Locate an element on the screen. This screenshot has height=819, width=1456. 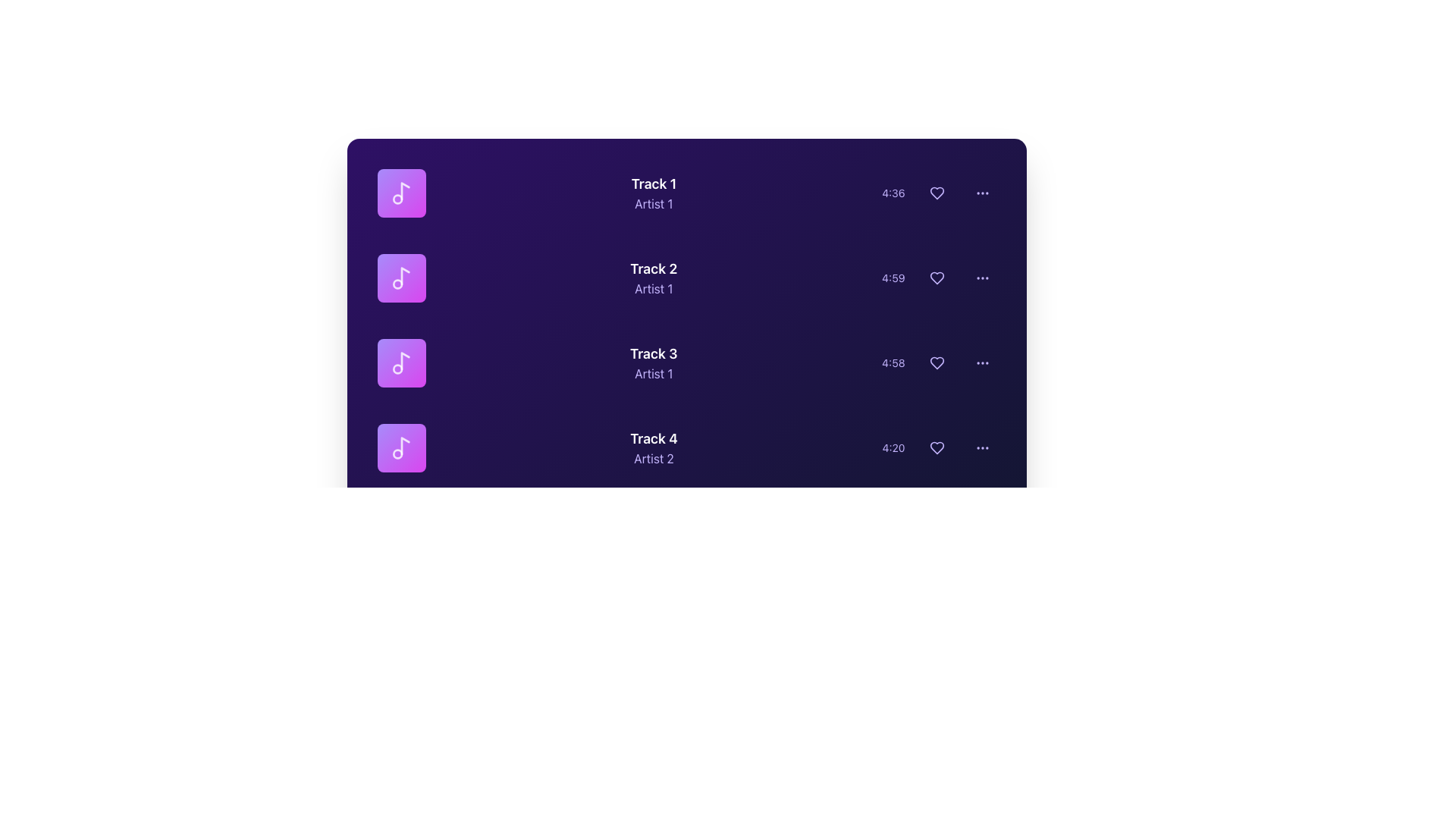
the small triangular vector graphic representing directional flow, located inside the second music note icon rectangle from the top in the leftmost column of the interface is located at coordinates (402, 278).